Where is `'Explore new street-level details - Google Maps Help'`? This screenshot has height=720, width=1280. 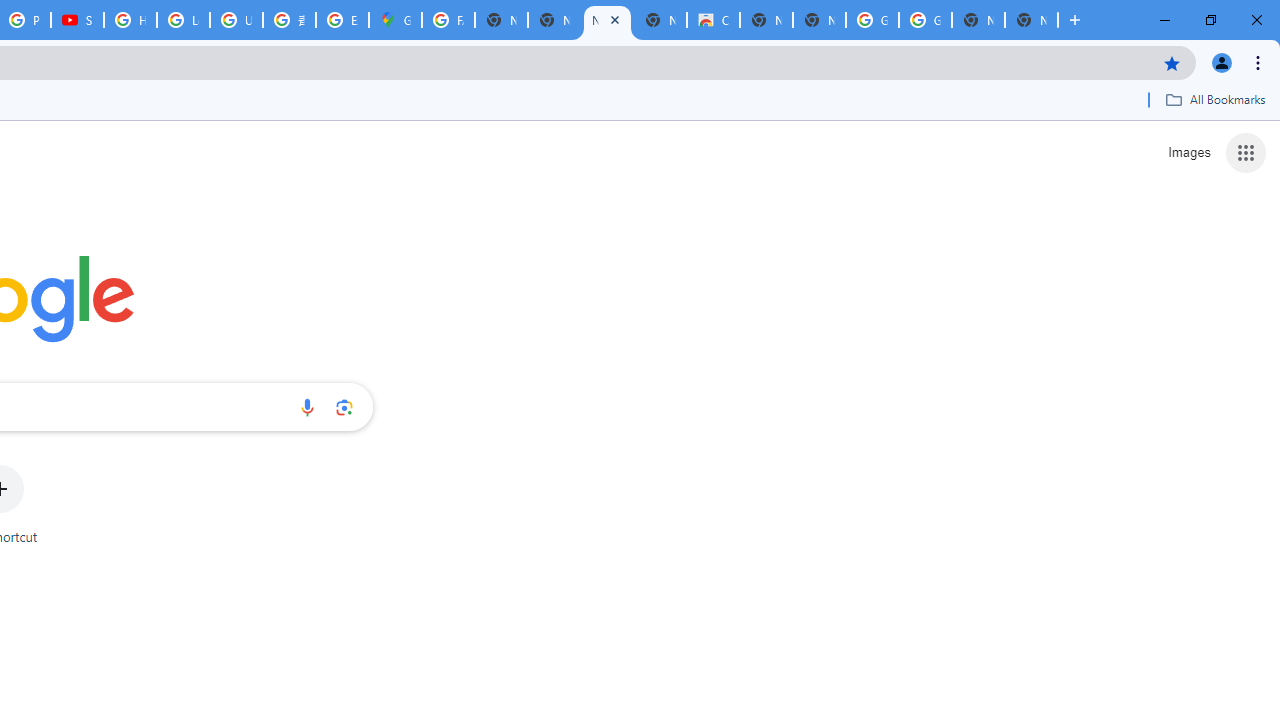
'Explore new street-level details - Google Maps Help' is located at coordinates (342, 20).